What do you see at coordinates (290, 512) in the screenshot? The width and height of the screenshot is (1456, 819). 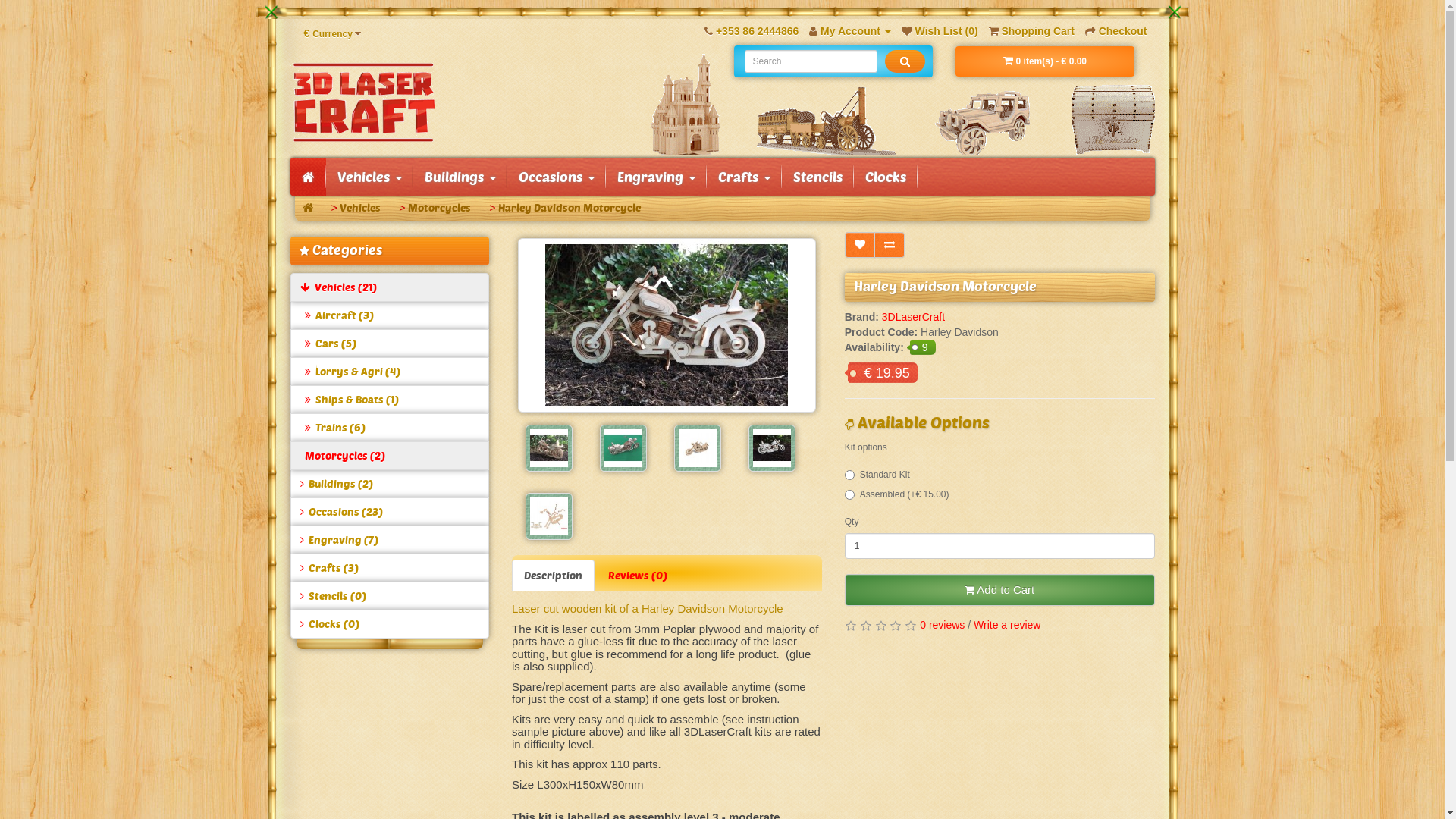 I see `'  Occasions (23)'` at bounding box center [290, 512].